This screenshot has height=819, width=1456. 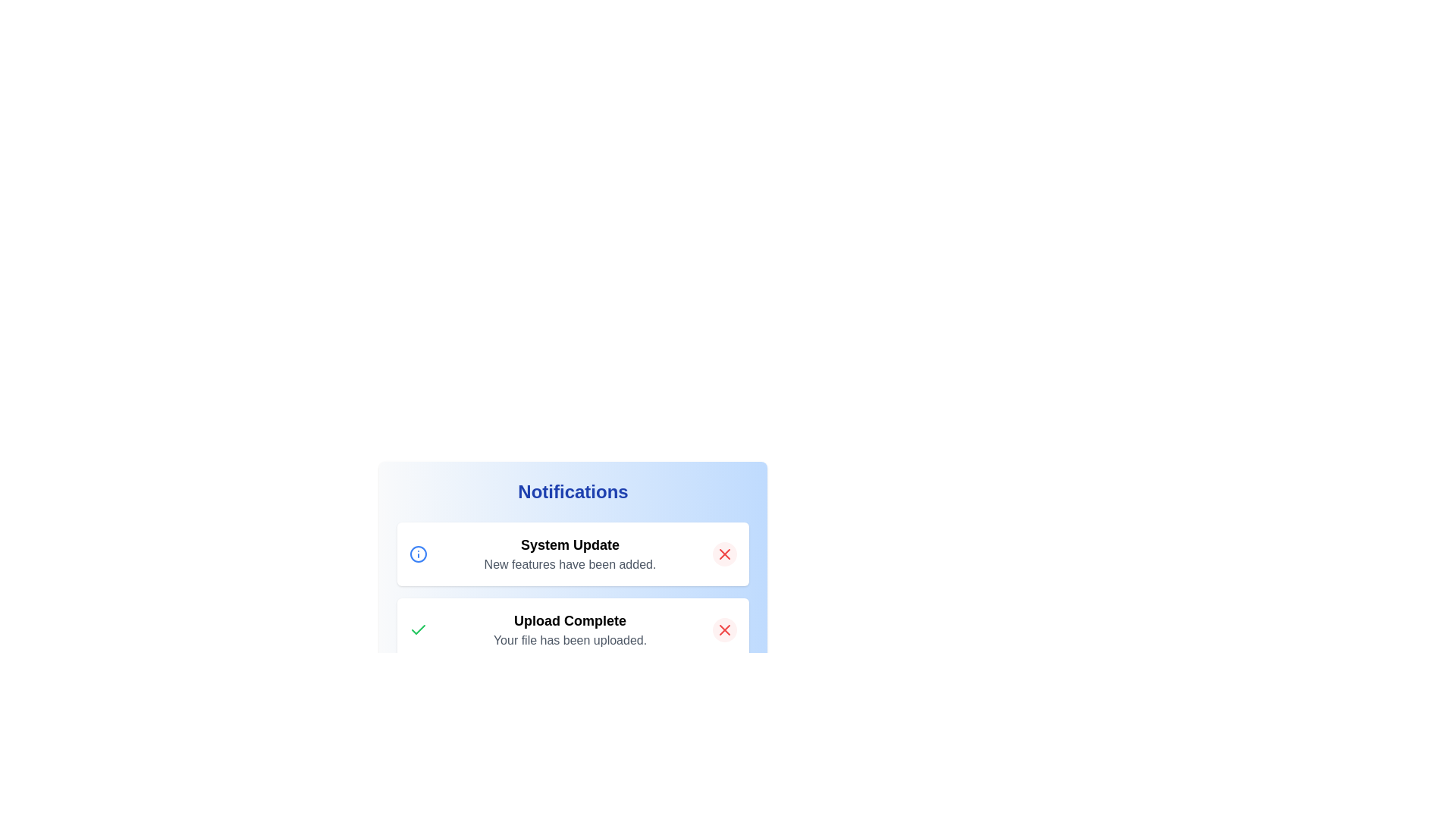 What do you see at coordinates (570, 554) in the screenshot?
I see `the text-based notification message titled 'System Update' within the notification card` at bounding box center [570, 554].